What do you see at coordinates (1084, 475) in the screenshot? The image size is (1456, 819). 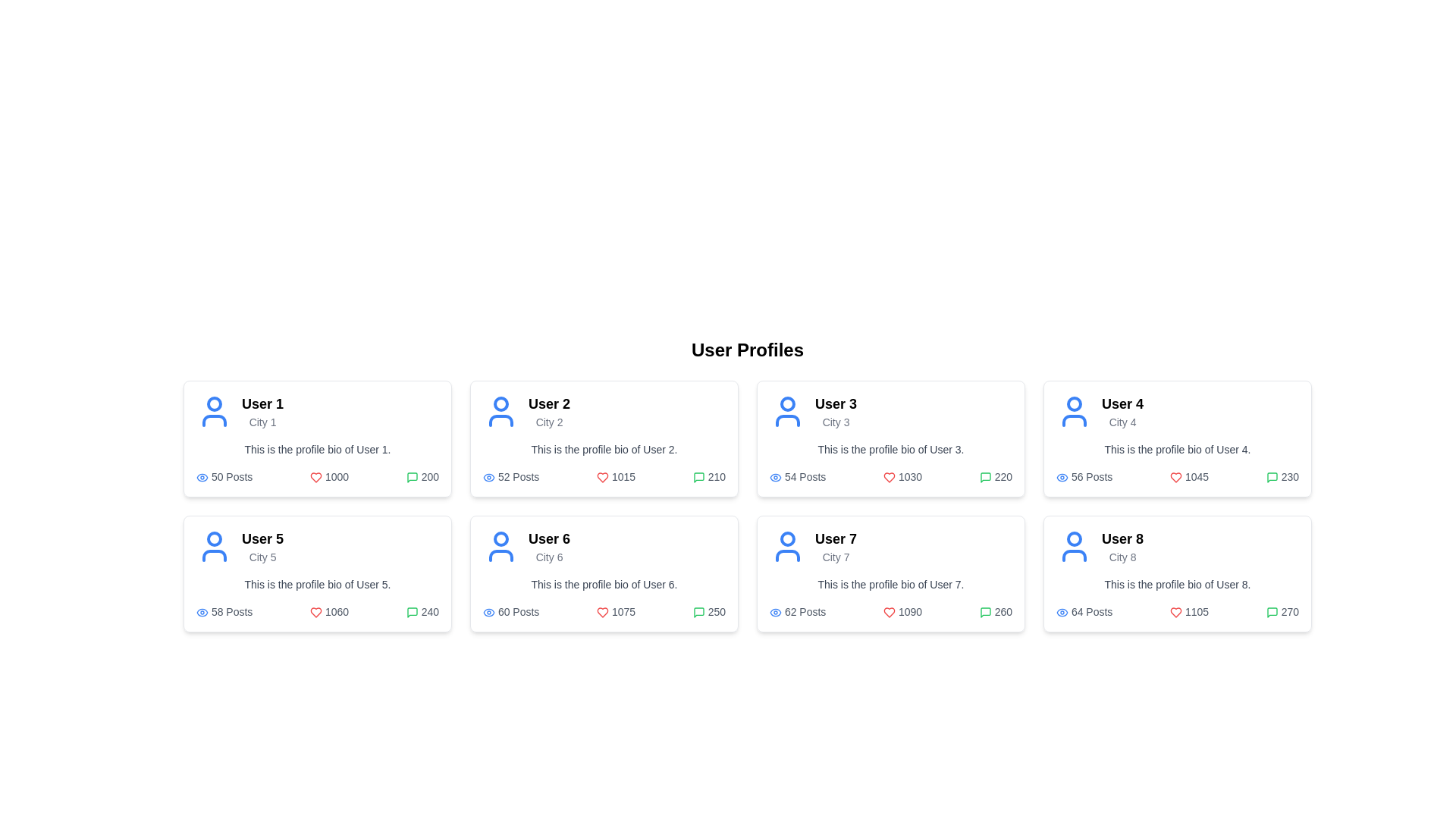 I see `the label displaying the number of posts made by 'User 4' on their profile card, located in the lower left corner of the card` at bounding box center [1084, 475].